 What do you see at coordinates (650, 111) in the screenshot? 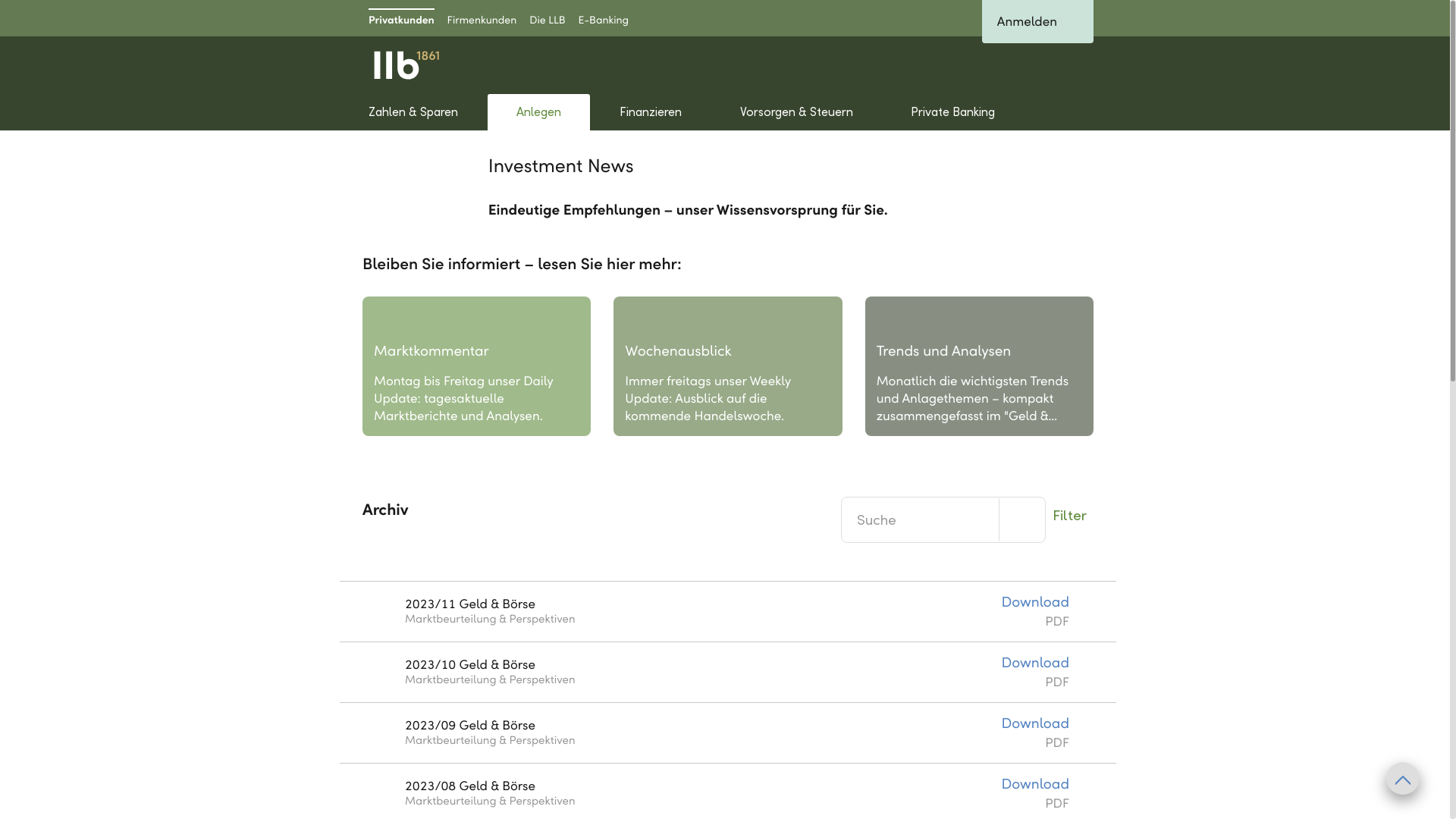
I see `'Finanzieren'` at bounding box center [650, 111].